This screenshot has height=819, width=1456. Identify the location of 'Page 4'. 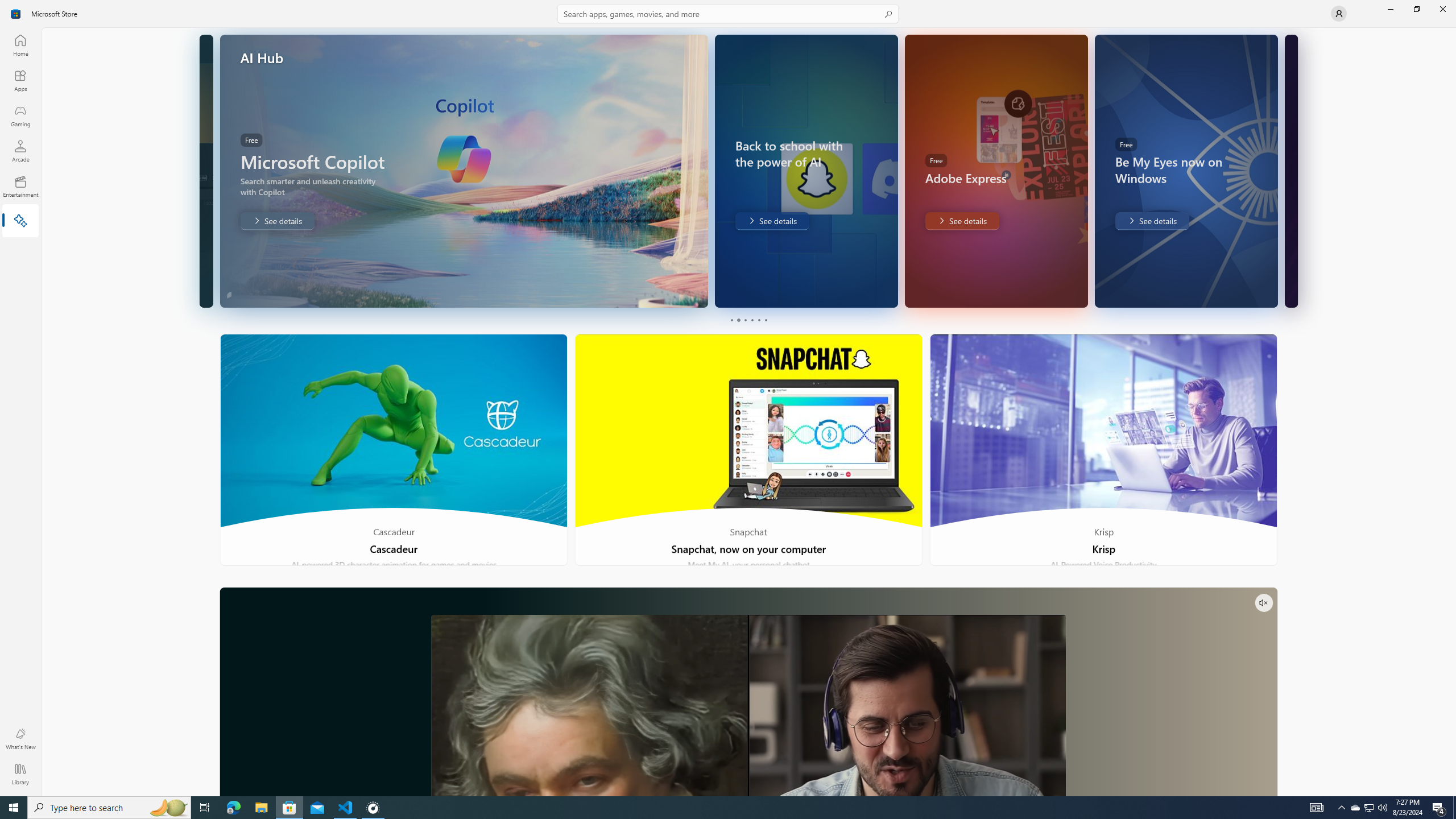
(751, 320).